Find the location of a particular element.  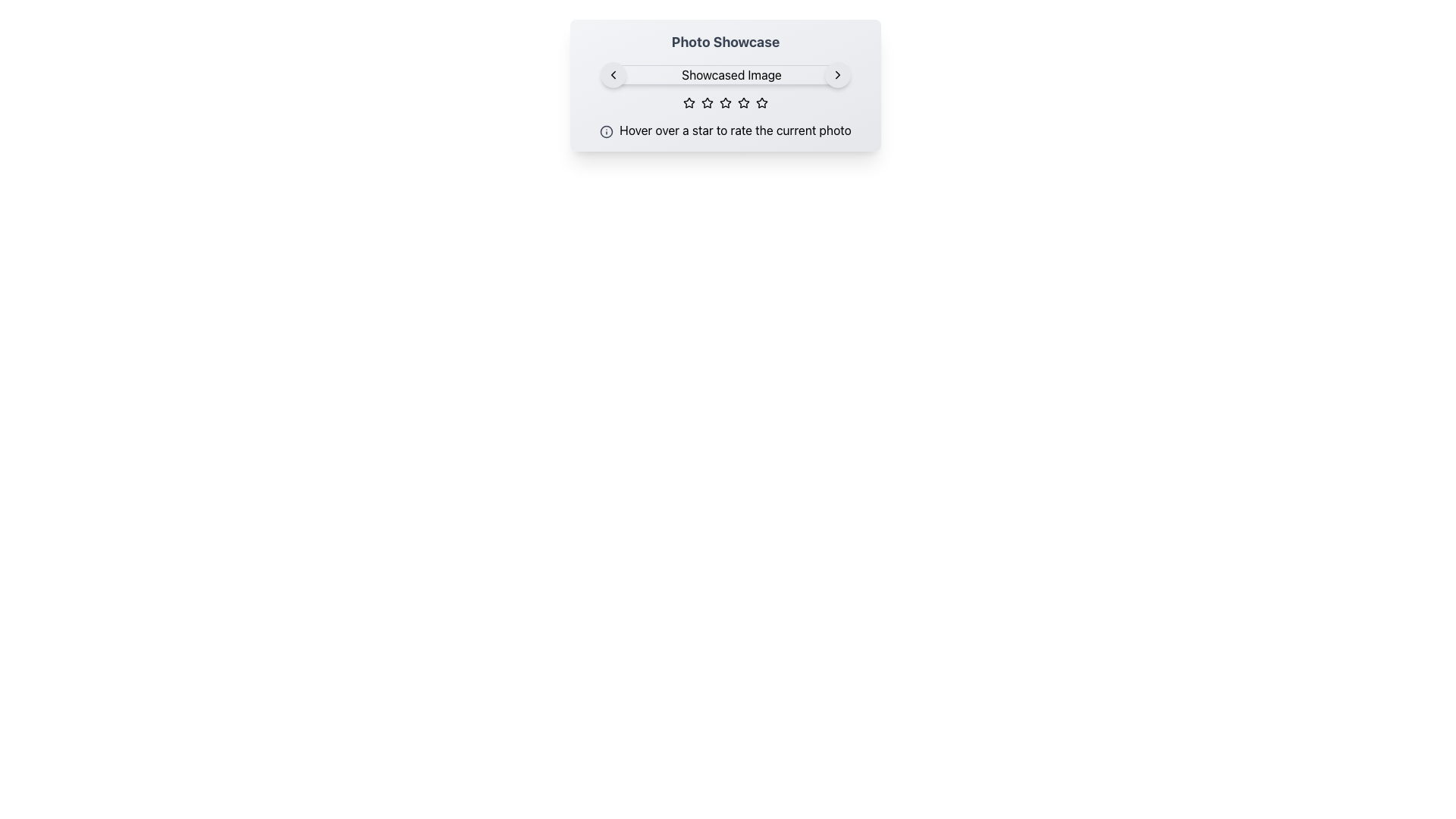

the selected star-shaped icon, which is the sixth in a row of nine stars is located at coordinates (743, 102).